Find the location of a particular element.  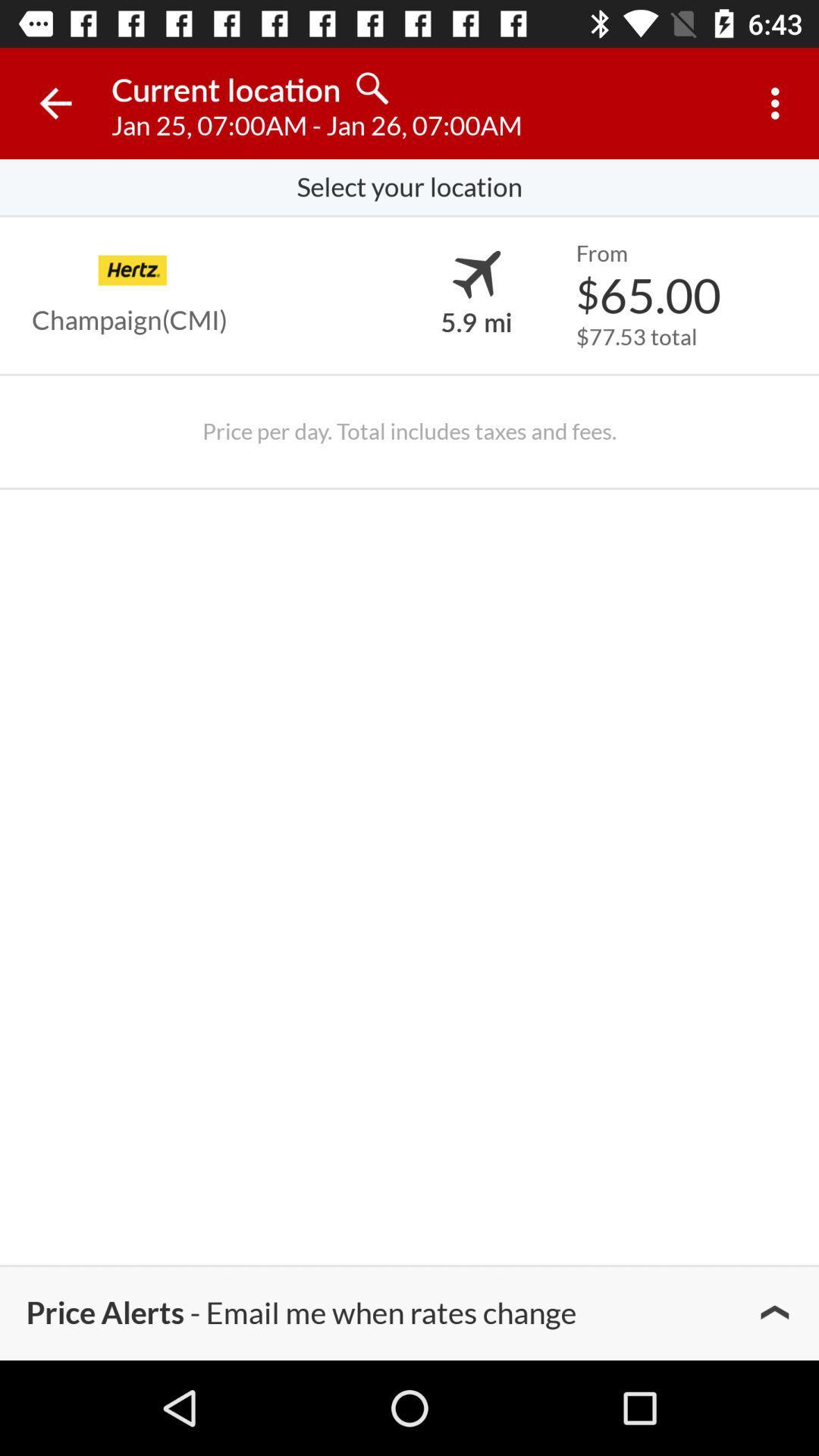

the icon below from item is located at coordinates (648, 294).